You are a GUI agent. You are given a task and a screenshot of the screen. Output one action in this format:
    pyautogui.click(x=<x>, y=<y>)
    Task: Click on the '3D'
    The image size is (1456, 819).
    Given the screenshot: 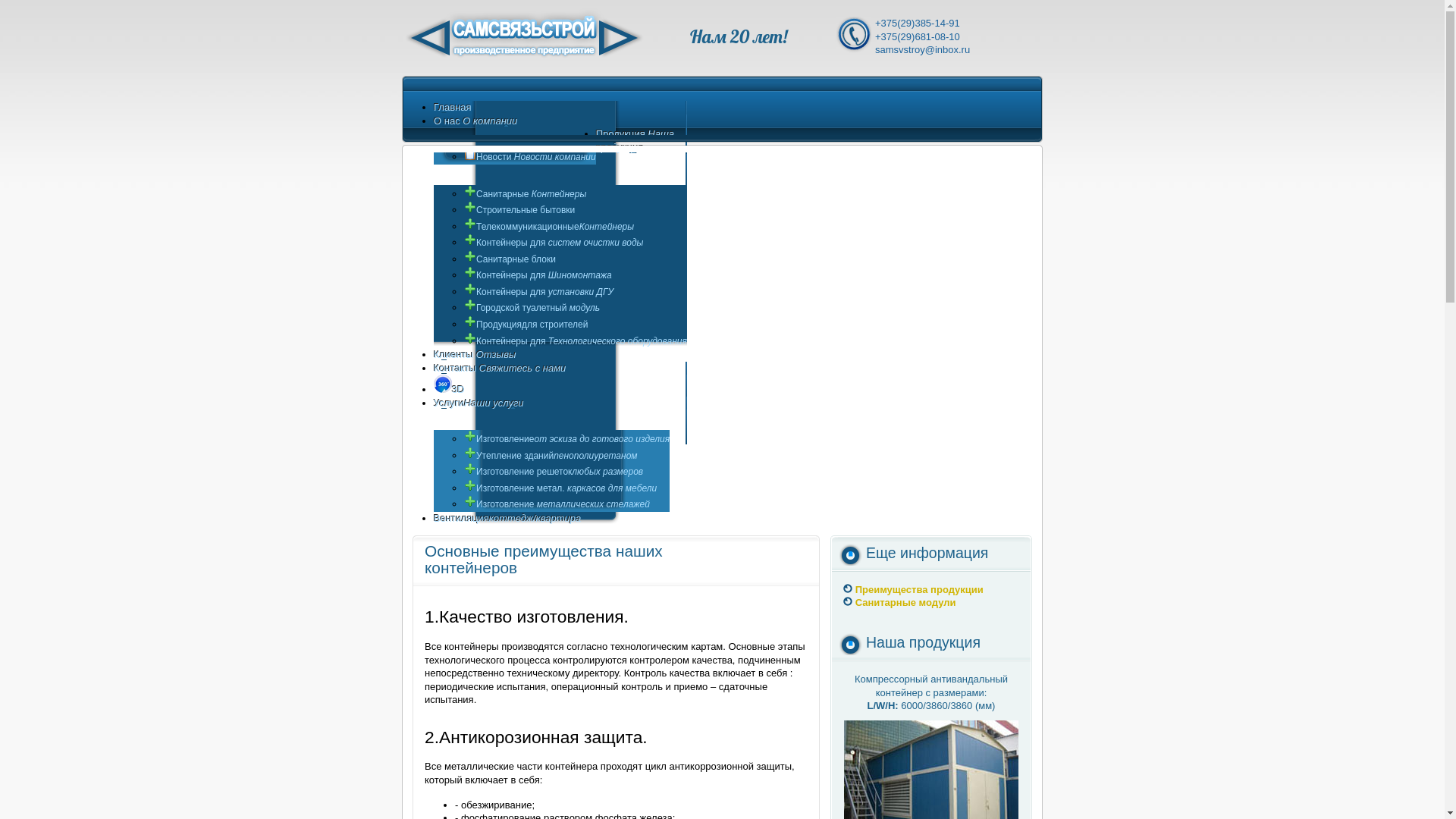 What is the action you would take?
    pyautogui.click(x=448, y=388)
    